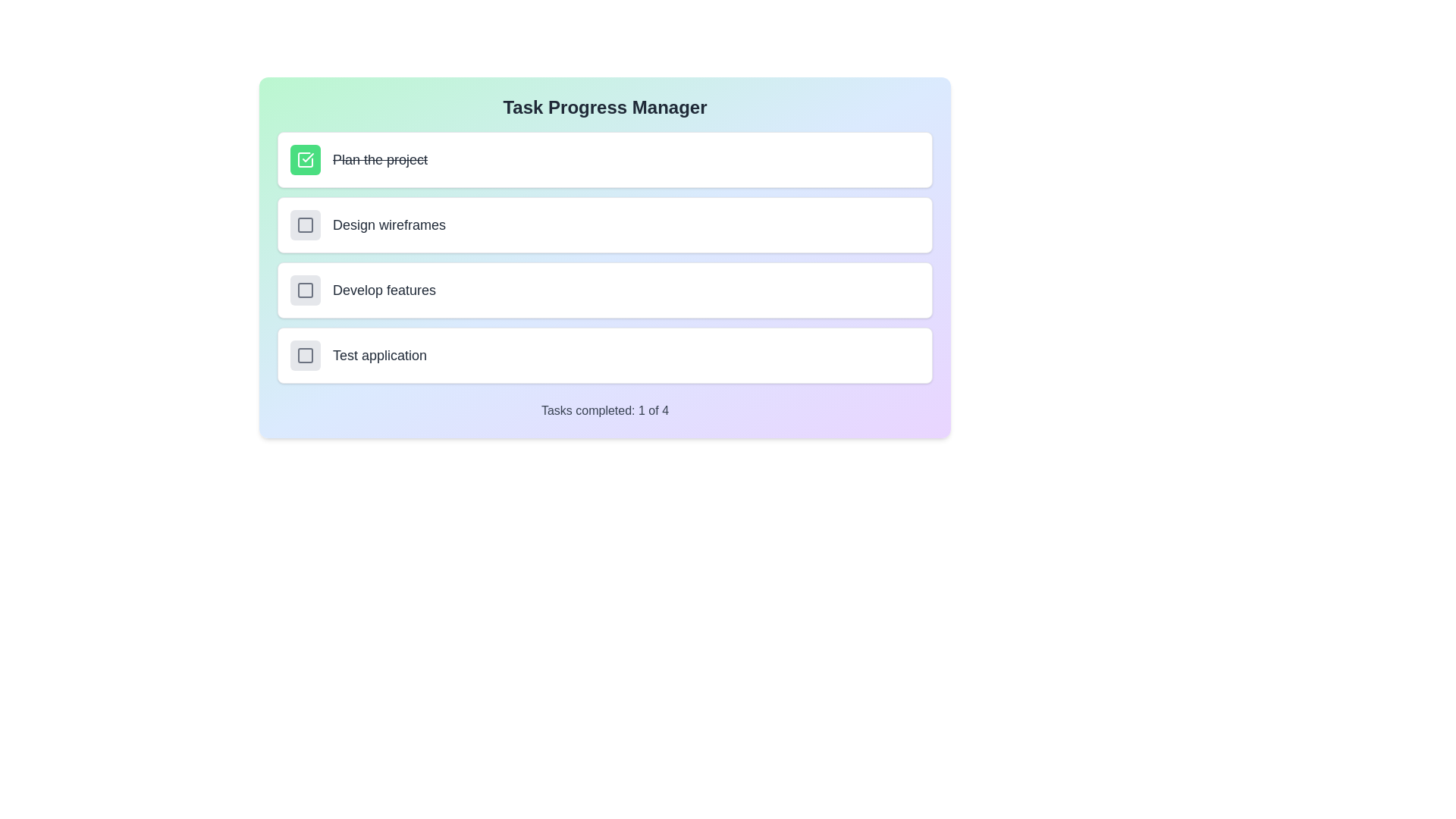 The width and height of the screenshot is (1456, 819). What do you see at coordinates (604, 256) in the screenshot?
I see `an individual task within the task items list, which is centrally located below the 'Task Progress Manager' heading and above the 'Tasks completed: 1 of 4' status text` at bounding box center [604, 256].